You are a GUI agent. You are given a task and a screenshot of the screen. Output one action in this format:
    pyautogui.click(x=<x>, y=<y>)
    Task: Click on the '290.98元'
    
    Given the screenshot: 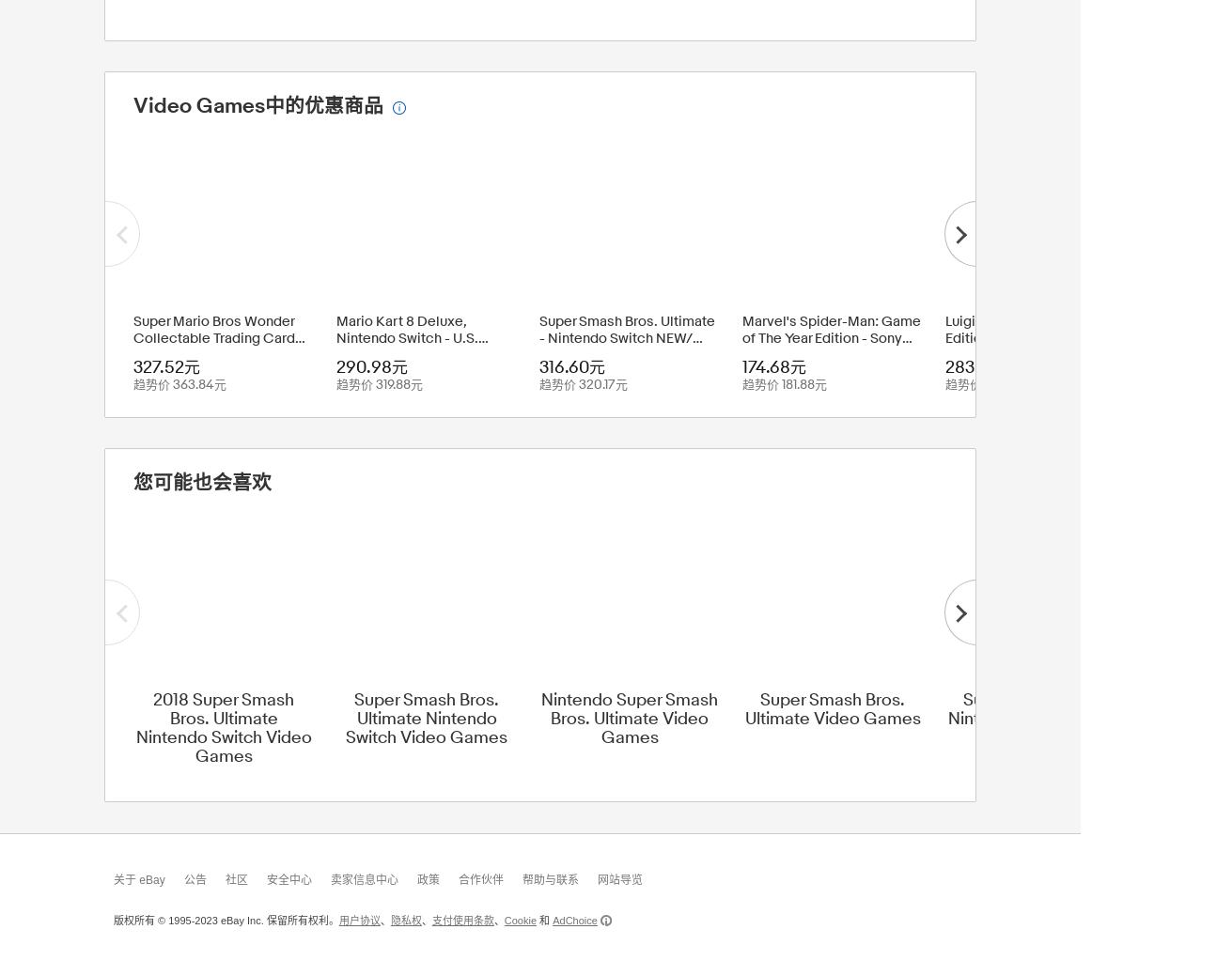 What is the action you would take?
    pyautogui.click(x=336, y=365)
    